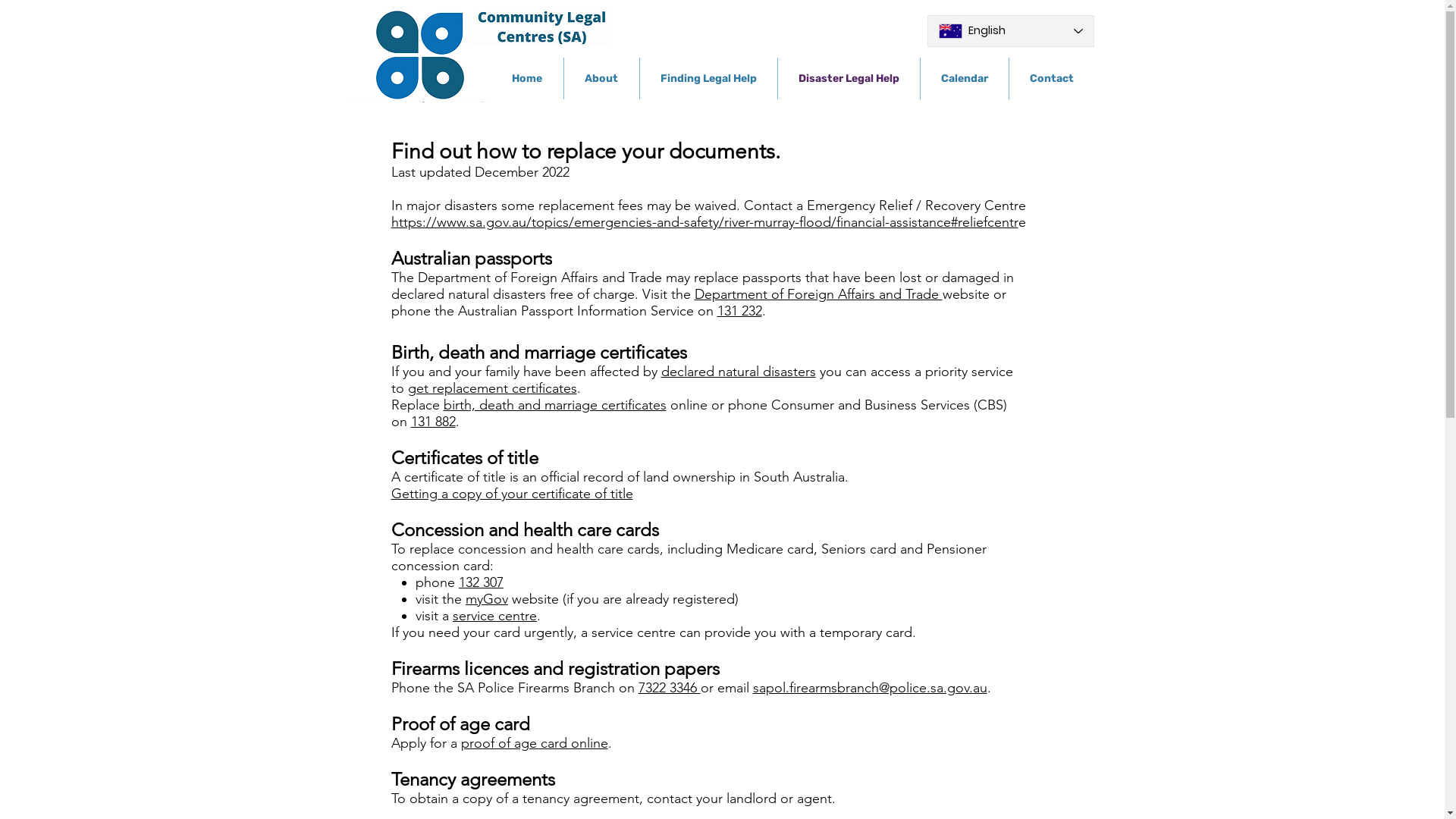  Describe the element at coordinates (432, 421) in the screenshot. I see `'131 882'` at that location.